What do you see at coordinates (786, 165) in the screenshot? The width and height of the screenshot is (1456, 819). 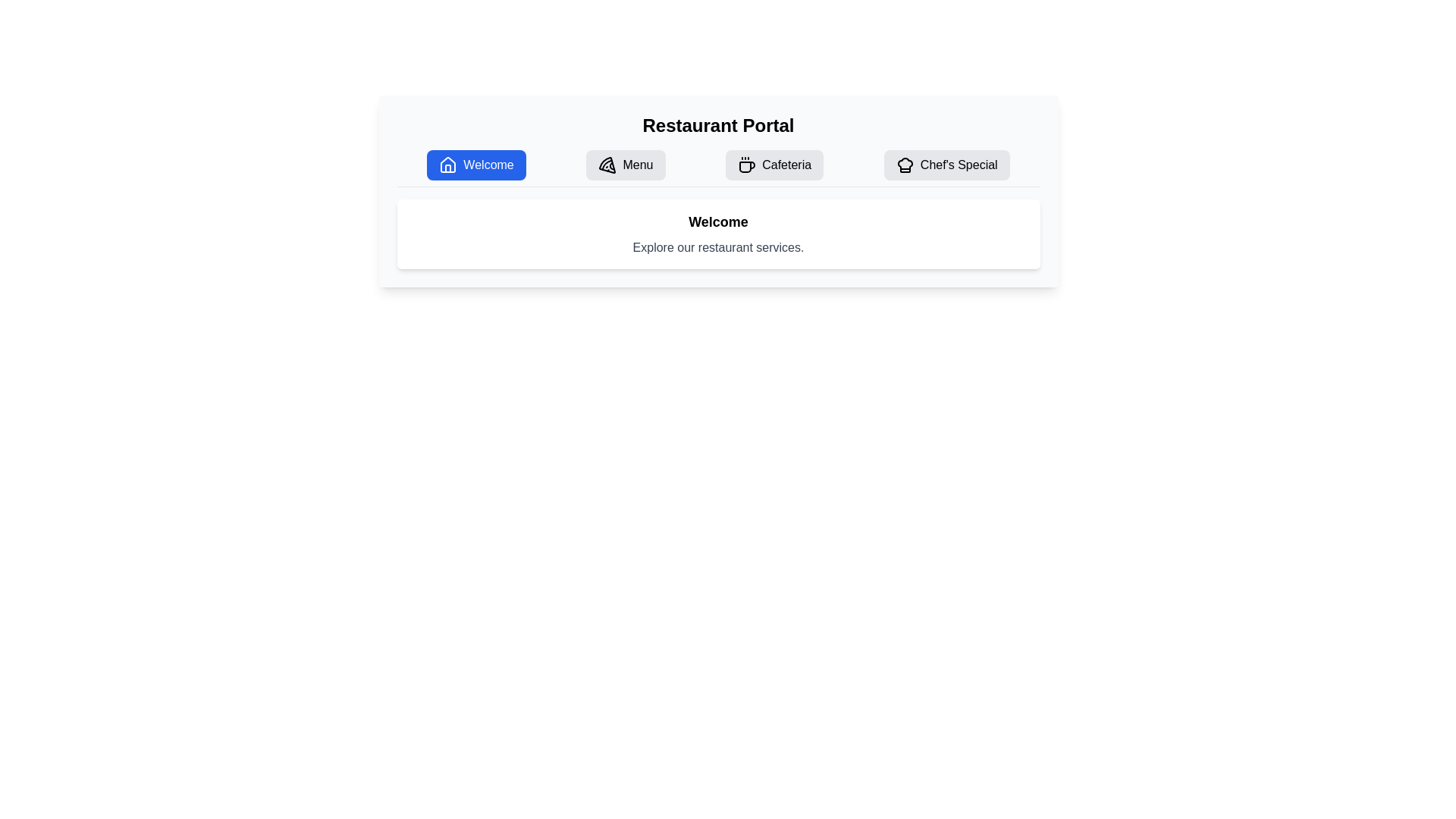 I see `the 'Cafeteria' button in the navigation bar` at bounding box center [786, 165].